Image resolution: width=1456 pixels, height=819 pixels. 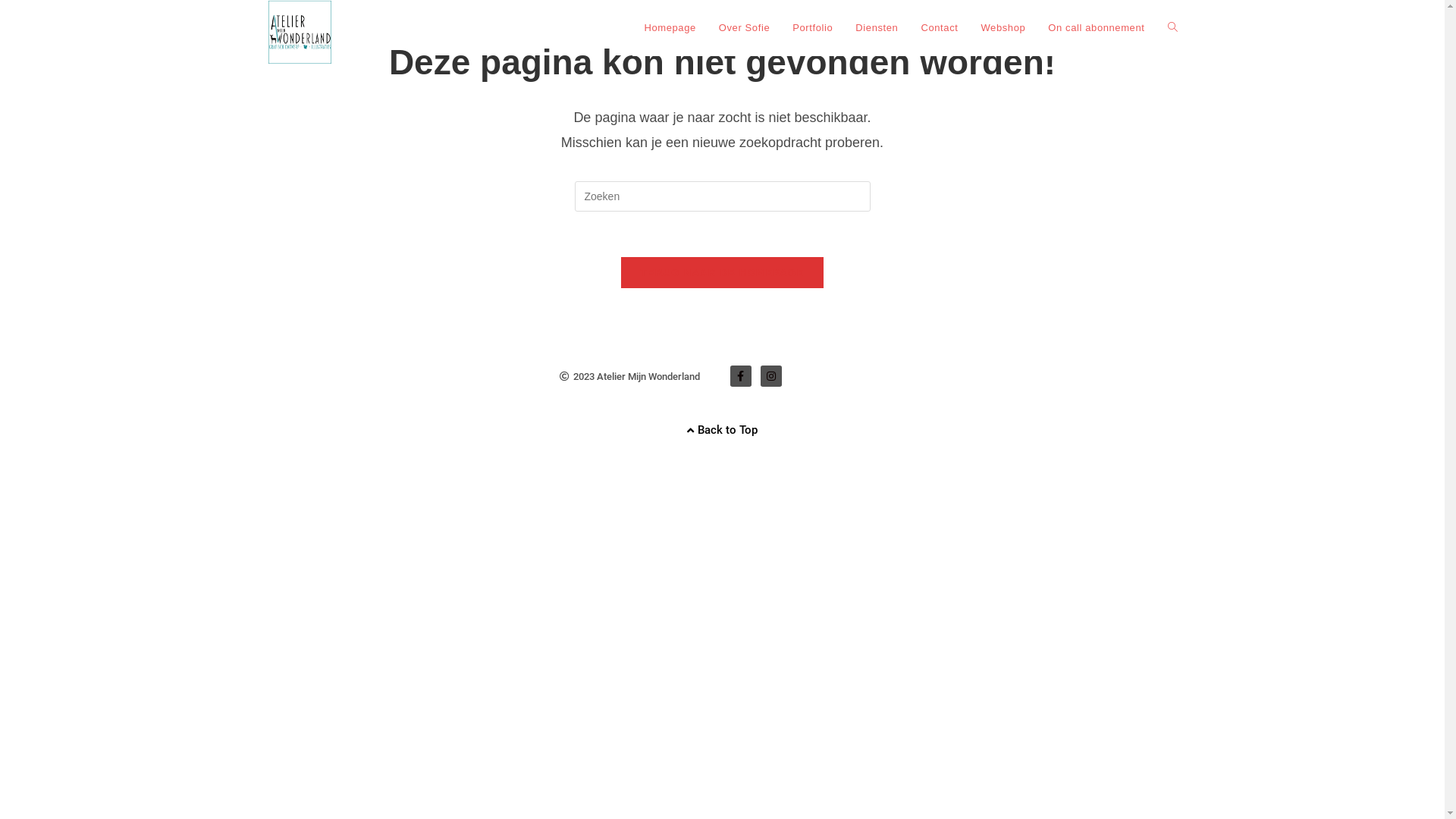 What do you see at coordinates (1096, 28) in the screenshot?
I see `'On call abonnement'` at bounding box center [1096, 28].